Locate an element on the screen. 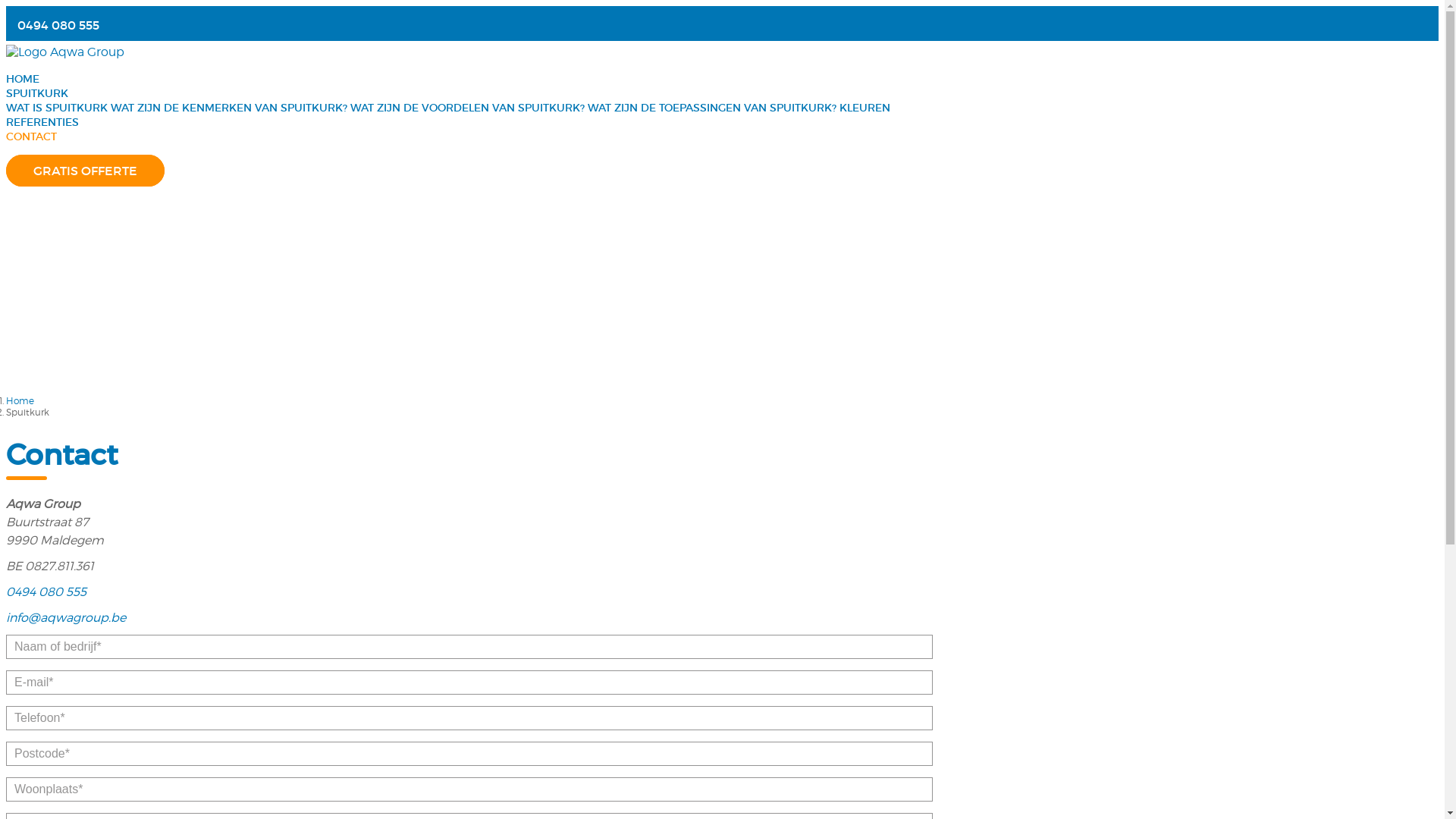 This screenshot has height=819, width=1456. 'Tik uw naam of bedrijf in aub.' is located at coordinates (469, 646).